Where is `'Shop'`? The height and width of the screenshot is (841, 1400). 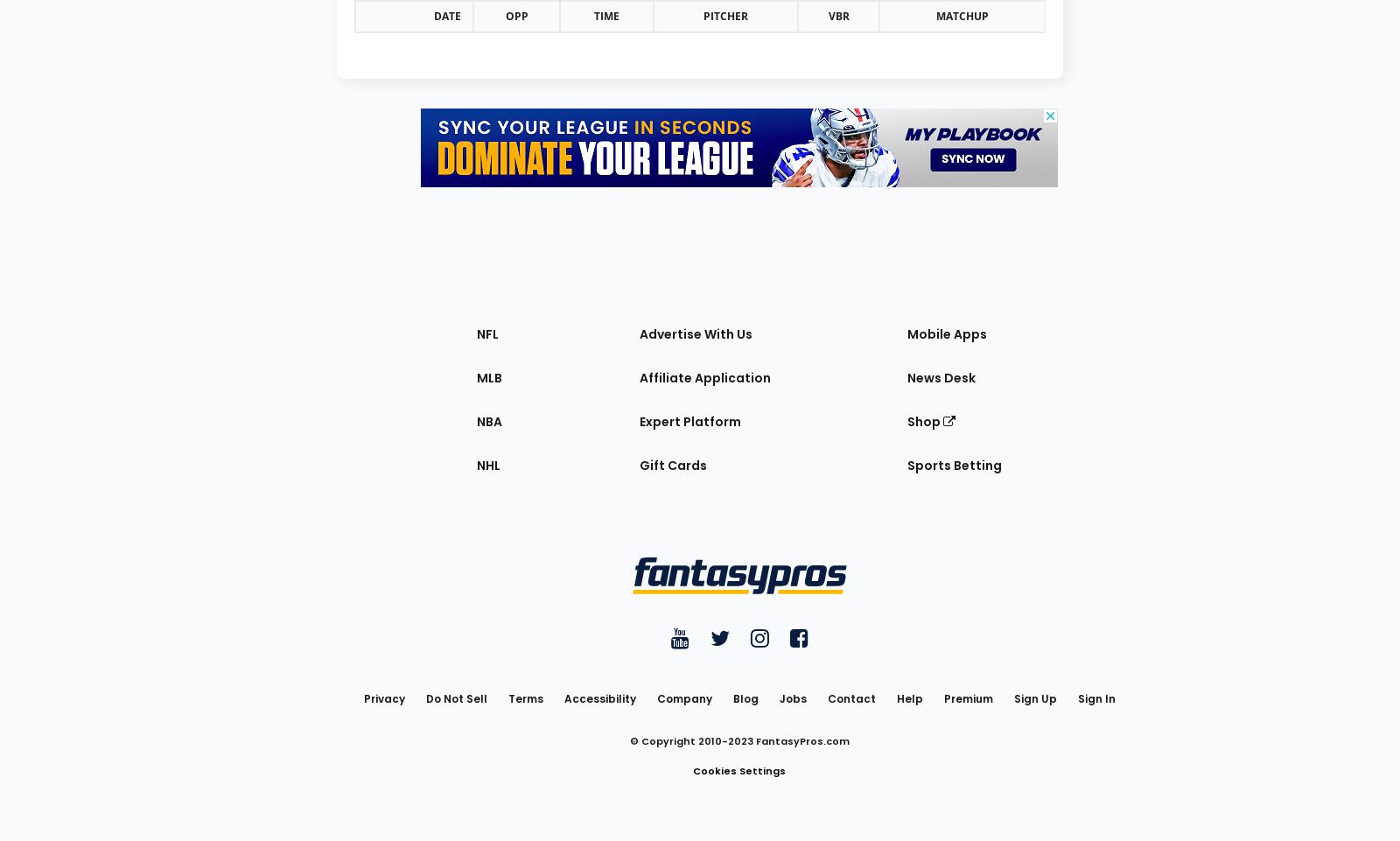
'Shop' is located at coordinates (925, 419).